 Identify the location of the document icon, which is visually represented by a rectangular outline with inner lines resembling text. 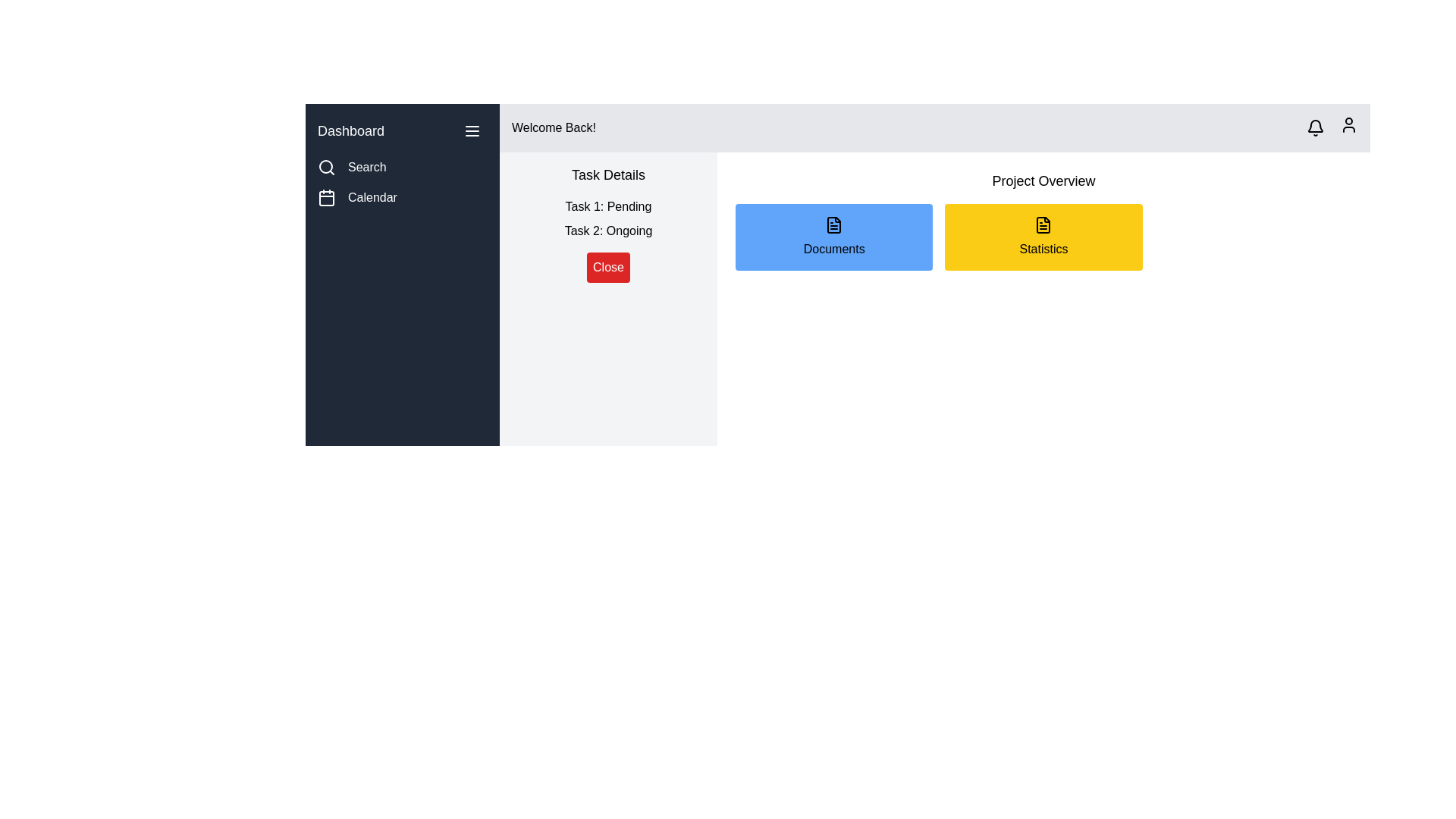
(833, 225).